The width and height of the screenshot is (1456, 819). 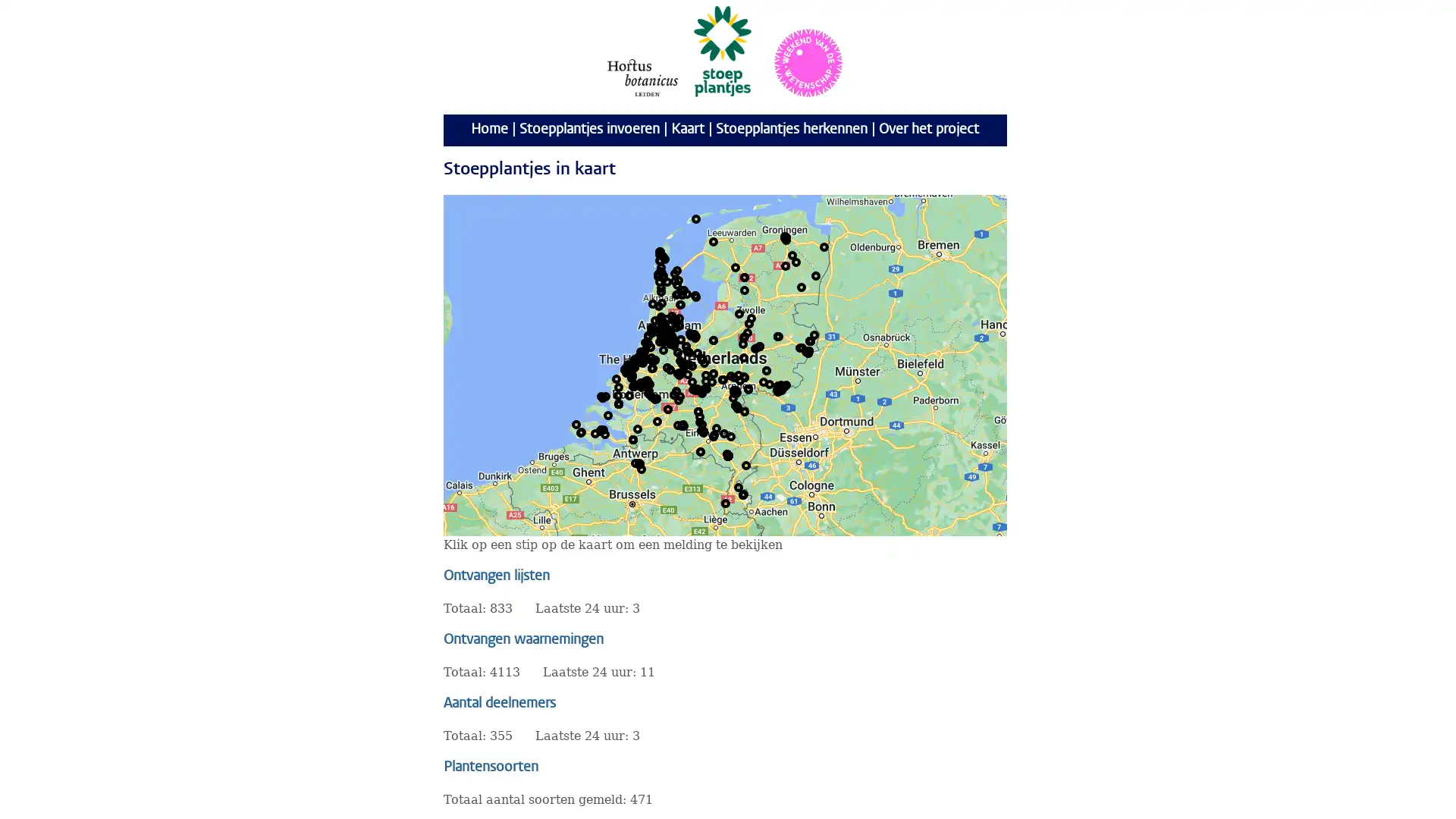 What do you see at coordinates (728, 454) in the screenshot?
I see `Telling van Ton Frenken op 20 april 2022` at bounding box center [728, 454].